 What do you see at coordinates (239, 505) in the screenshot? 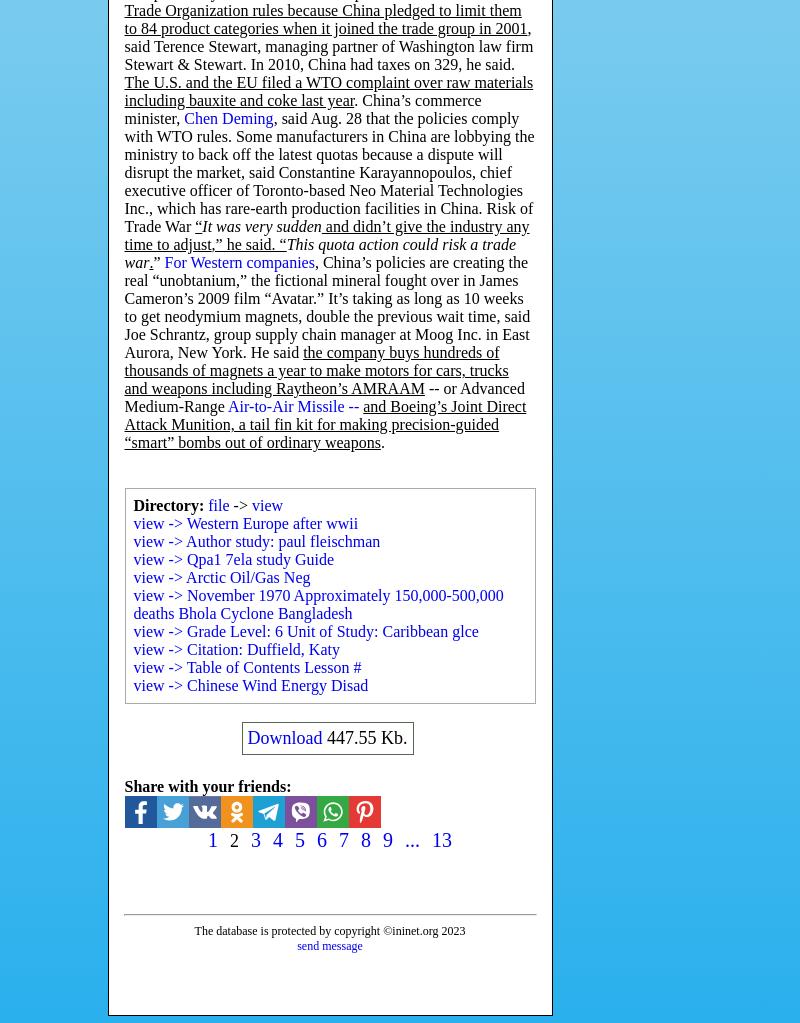
I see `'->'` at bounding box center [239, 505].